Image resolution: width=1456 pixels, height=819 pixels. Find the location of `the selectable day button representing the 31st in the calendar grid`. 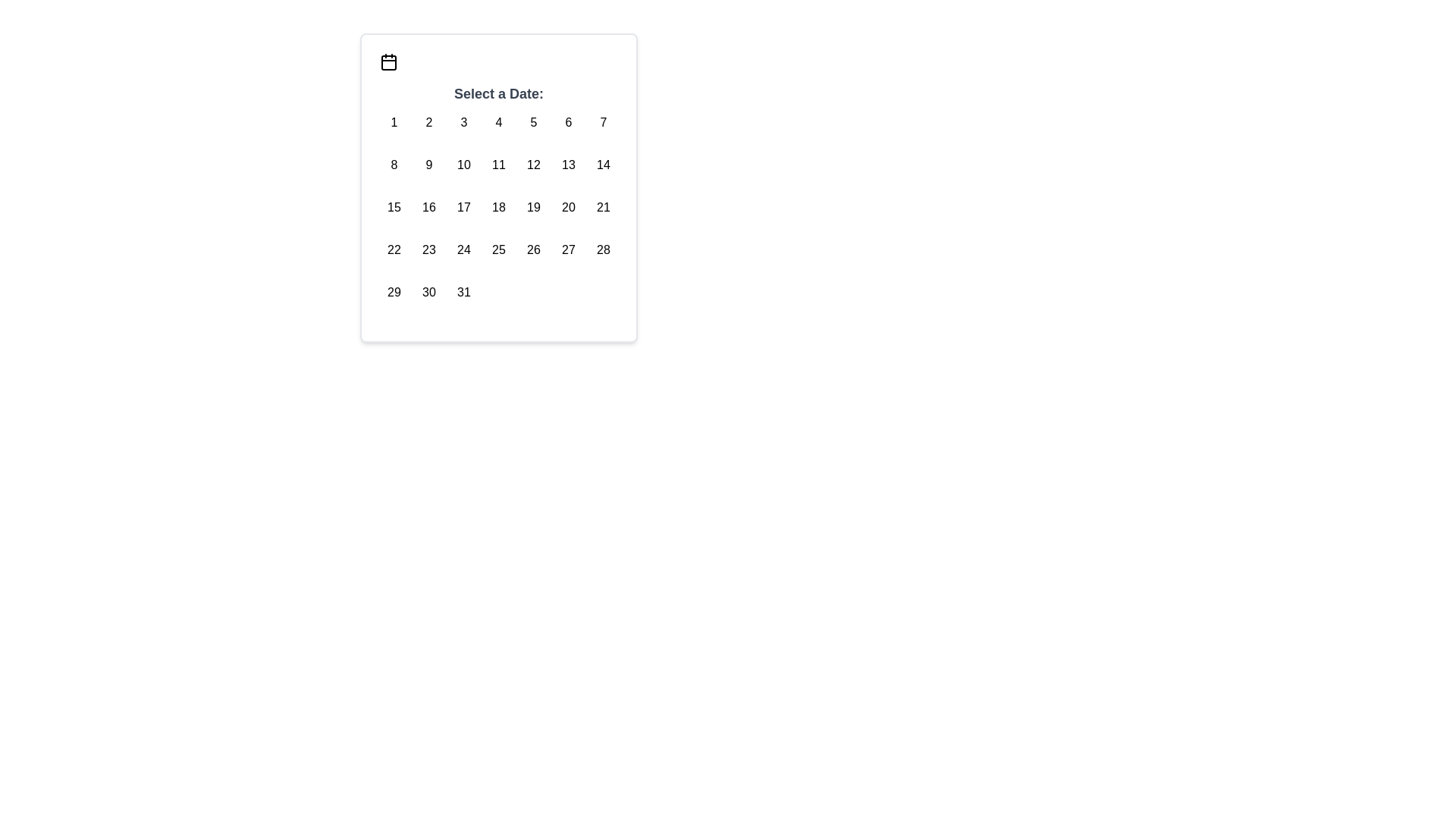

the selectable day button representing the 31st in the calendar grid is located at coordinates (463, 292).